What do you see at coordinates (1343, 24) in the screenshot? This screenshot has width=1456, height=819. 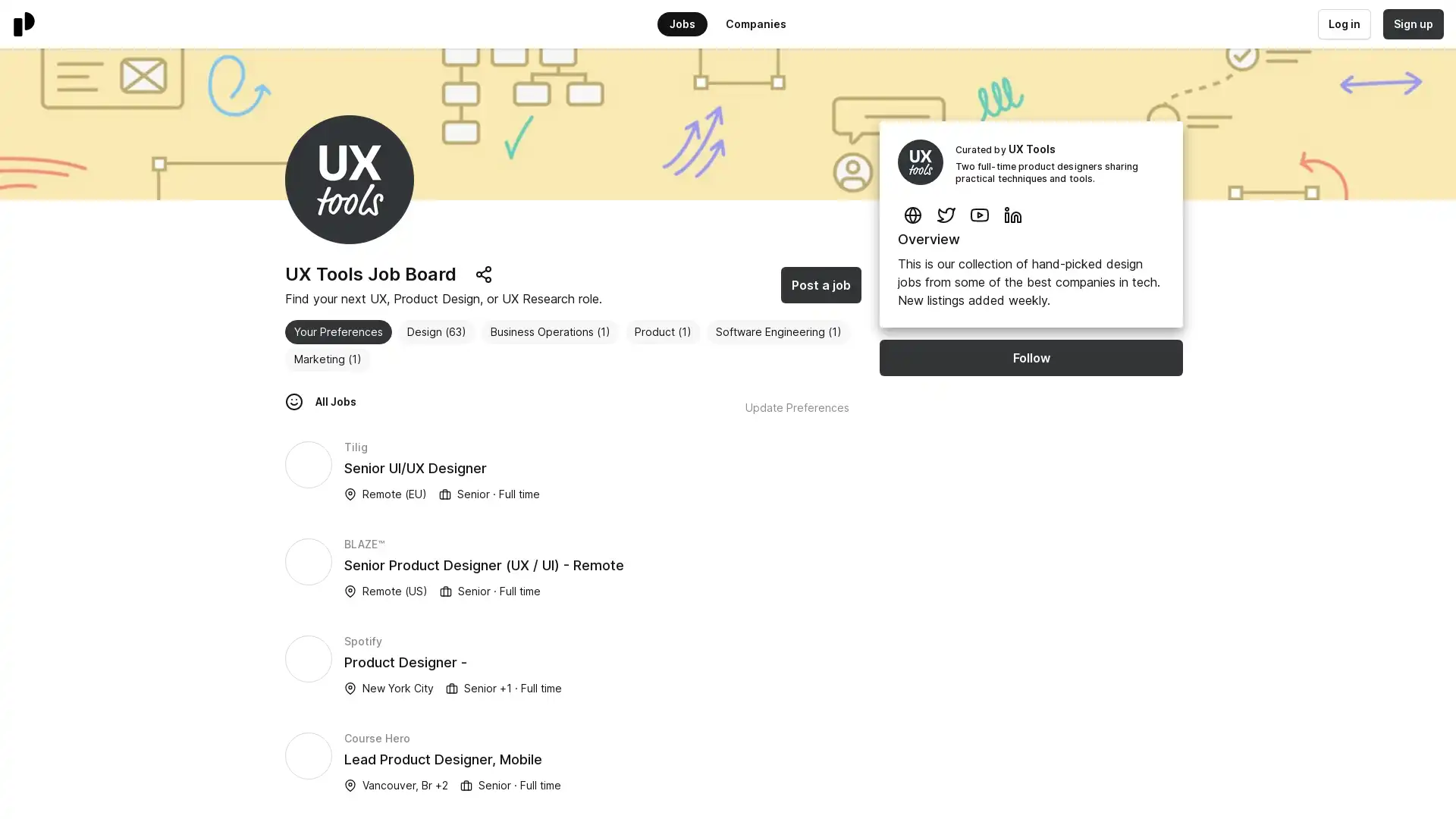 I see `Log in` at bounding box center [1343, 24].